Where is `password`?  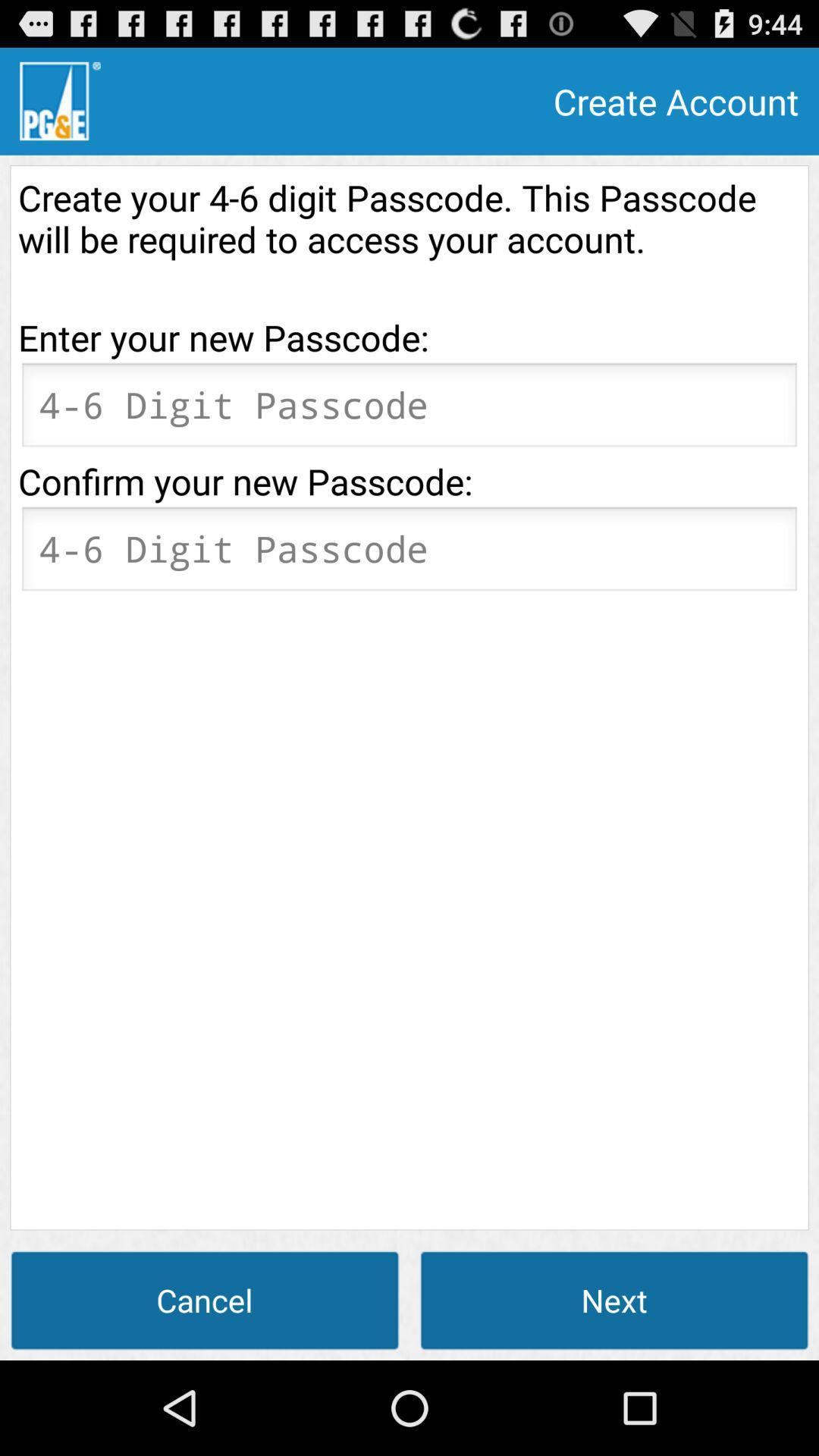
password is located at coordinates (409, 409).